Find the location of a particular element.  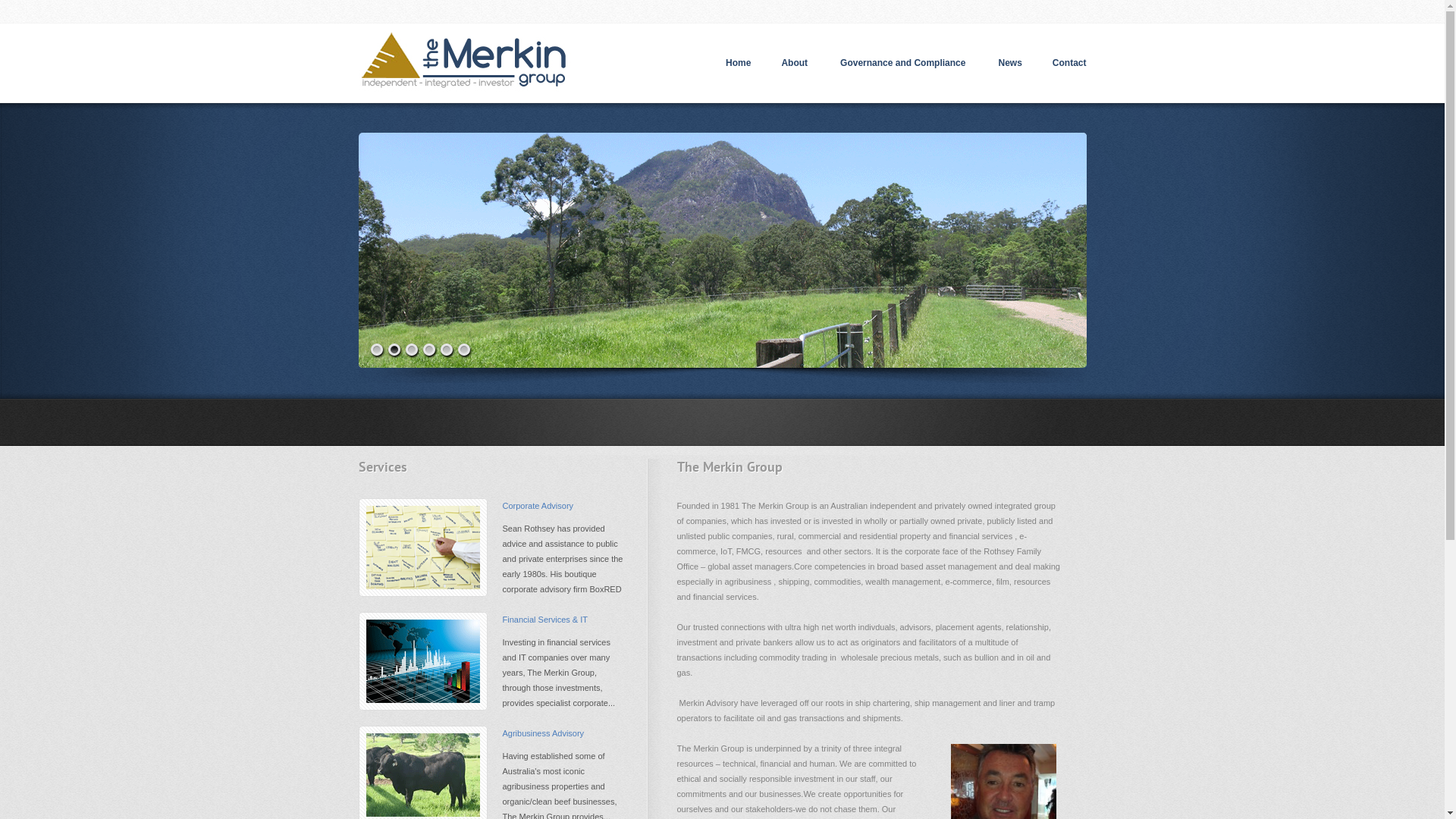

'About' is located at coordinates (795, 62).